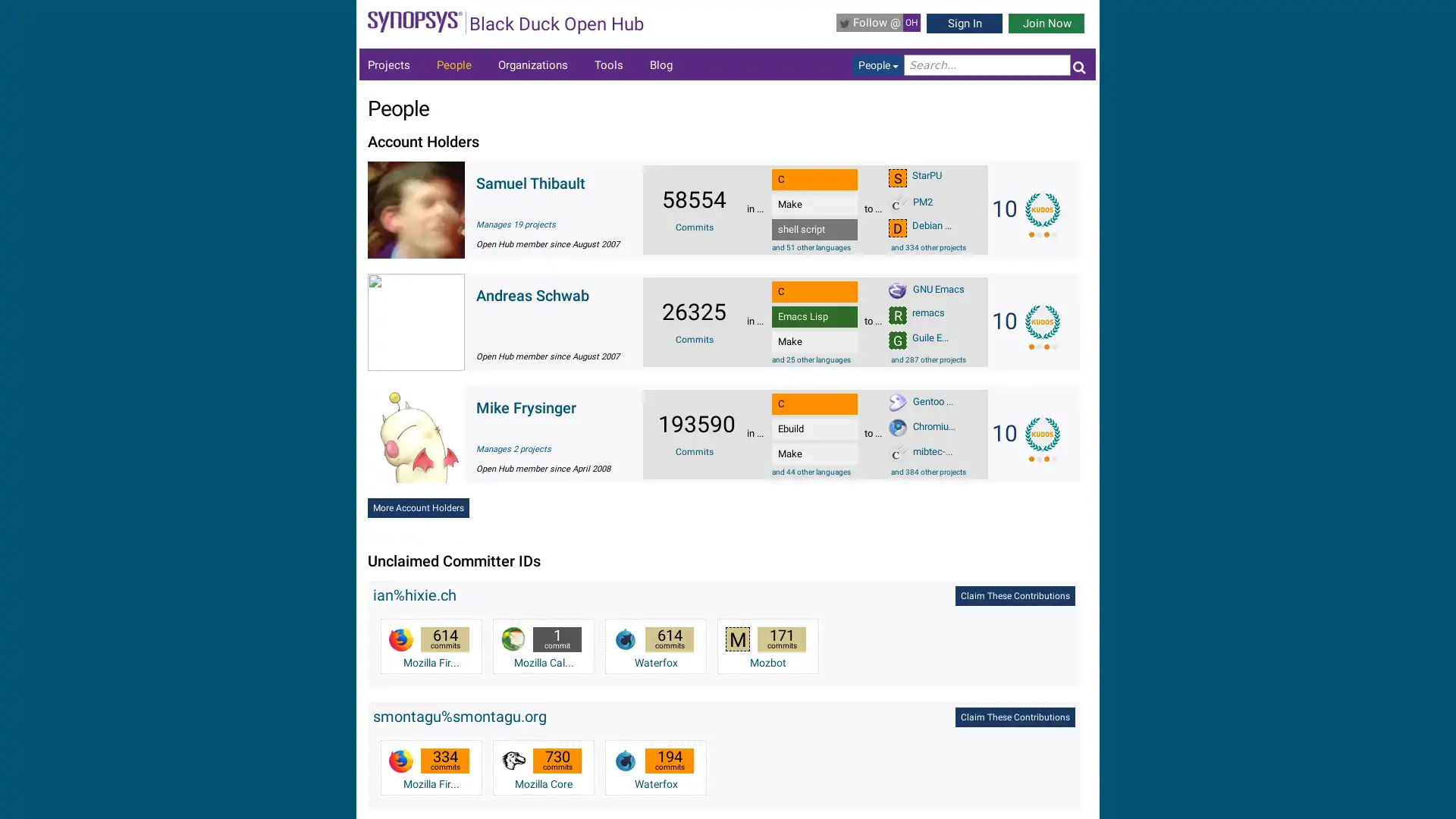  I want to click on Claim These Contributions, so click(1015, 717).